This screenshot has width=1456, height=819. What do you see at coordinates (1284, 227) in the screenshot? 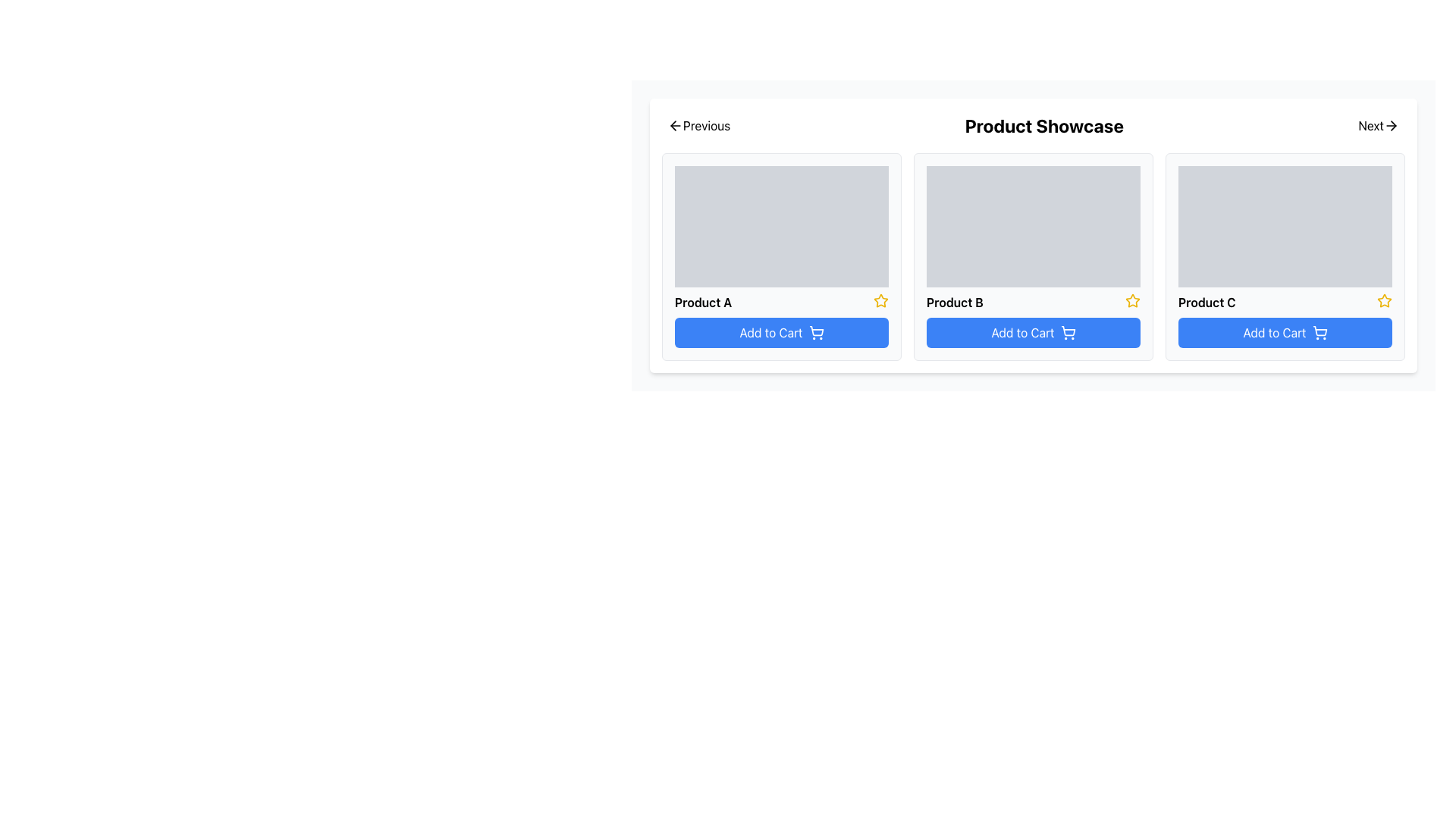
I see `the image placeholder for 'Product C' located at the top-center of the product card` at bounding box center [1284, 227].